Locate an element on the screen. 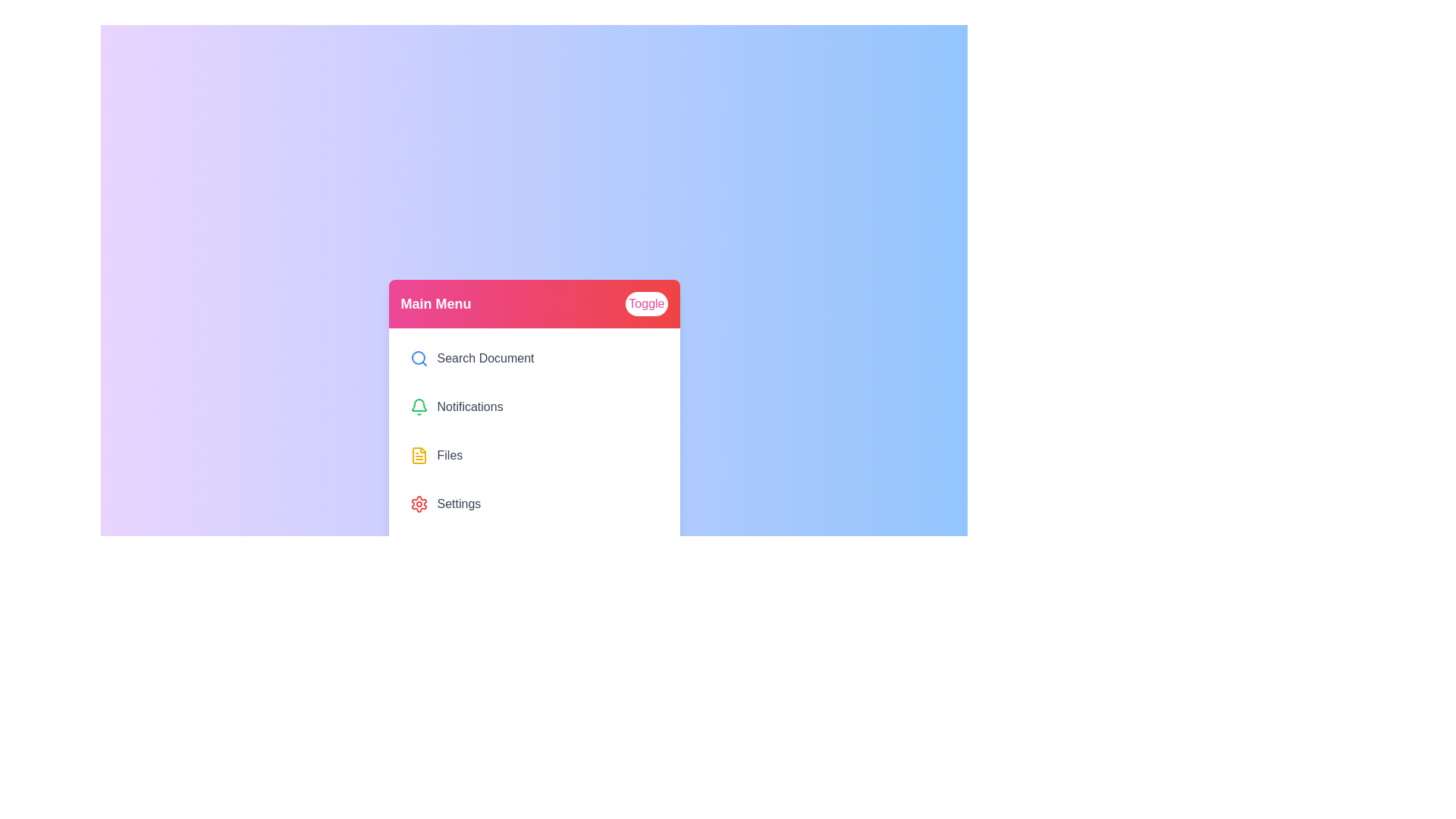 This screenshot has width=1456, height=819. the menu item labeled Notifications is located at coordinates (534, 406).